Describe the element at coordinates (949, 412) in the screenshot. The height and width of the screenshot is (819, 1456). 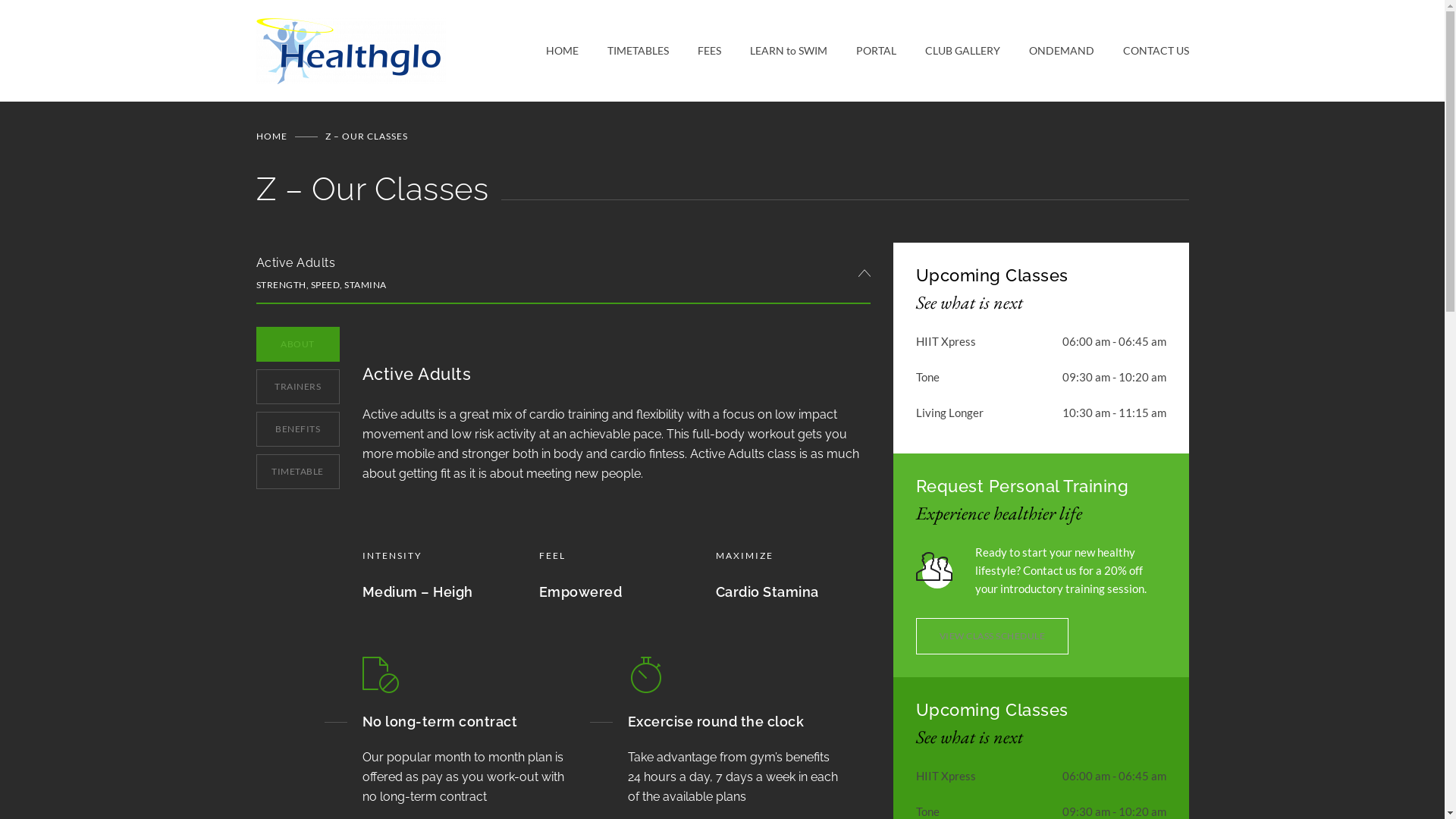
I see `'Living Longer'` at that location.